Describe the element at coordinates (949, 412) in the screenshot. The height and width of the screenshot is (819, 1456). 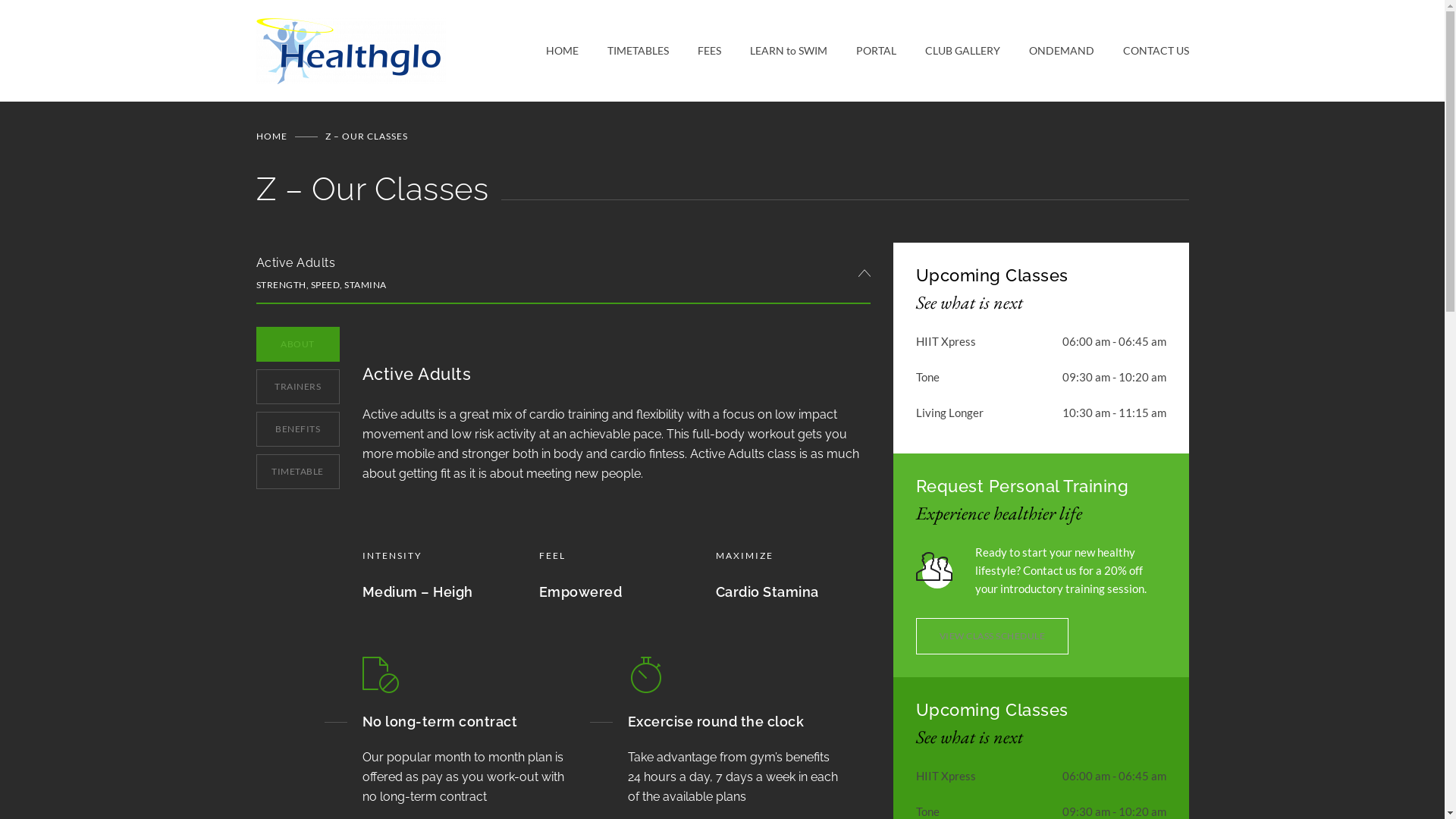
I see `'Living Longer'` at that location.